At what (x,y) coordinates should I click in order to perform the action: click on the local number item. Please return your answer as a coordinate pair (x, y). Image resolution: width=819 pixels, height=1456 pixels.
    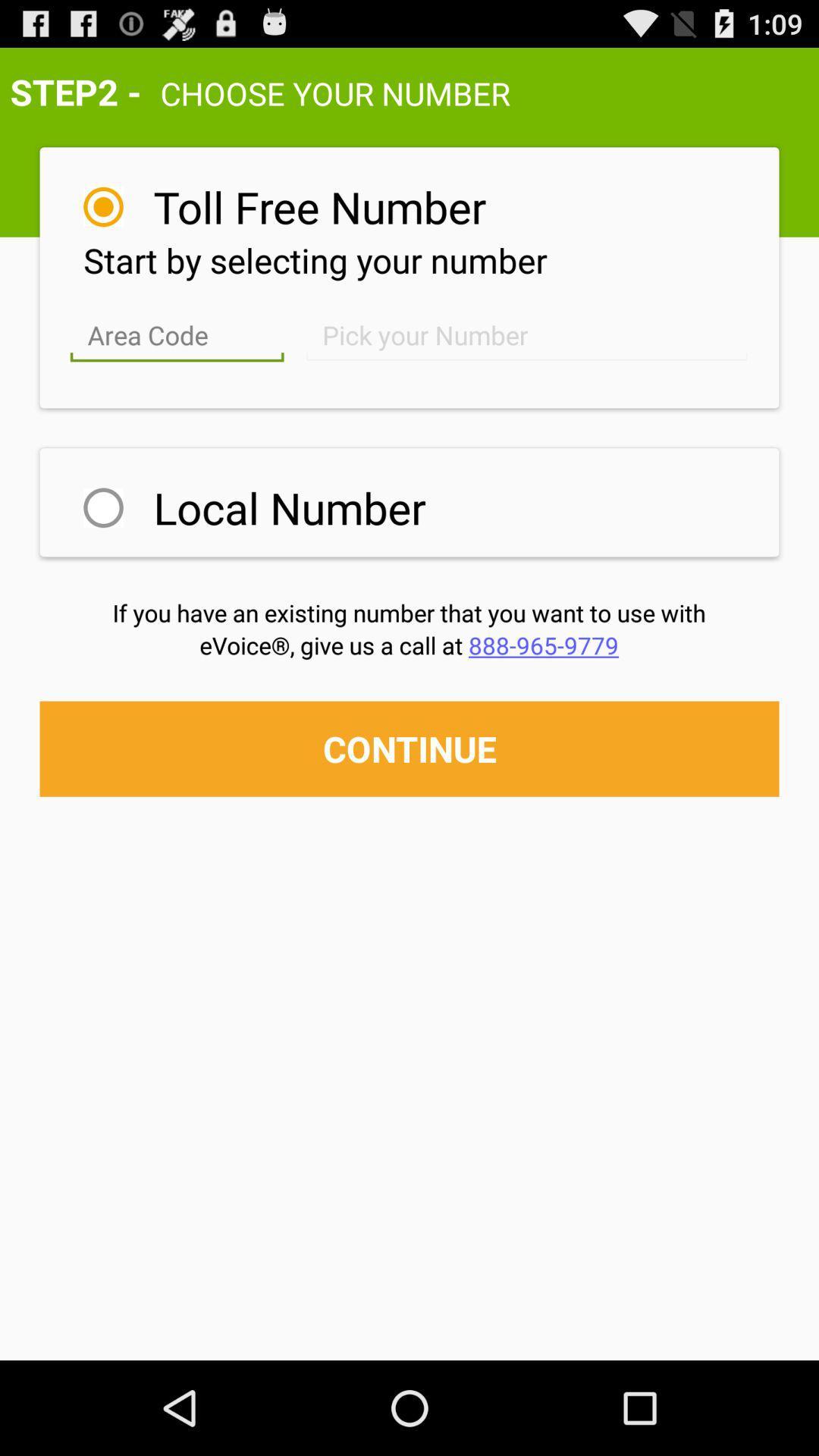
    Looking at the image, I should click on (290, 507).